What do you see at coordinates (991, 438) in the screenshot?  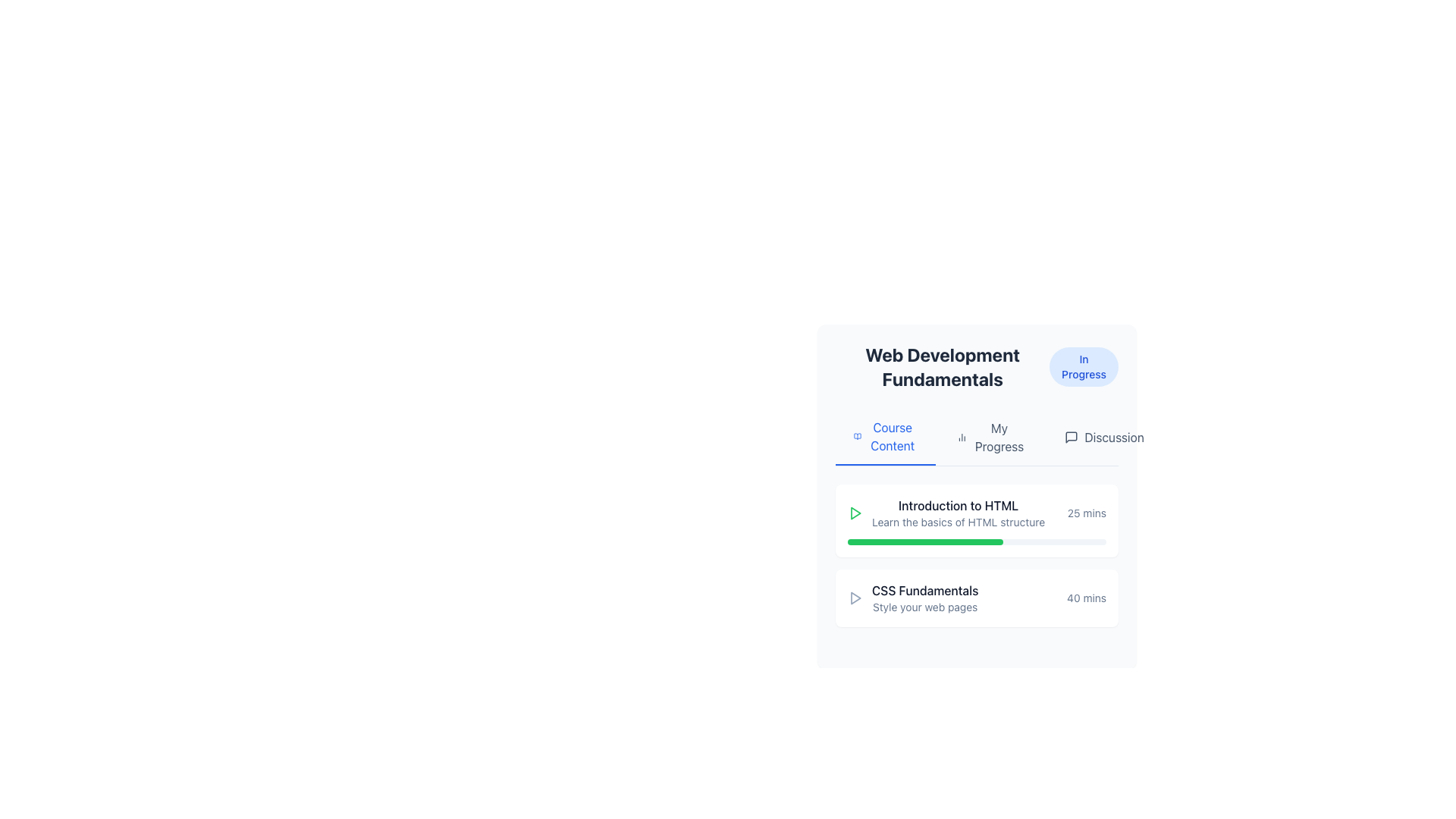 I see `the navigation tab that displays the user's progress within the application` at bounding box center [991, 438].